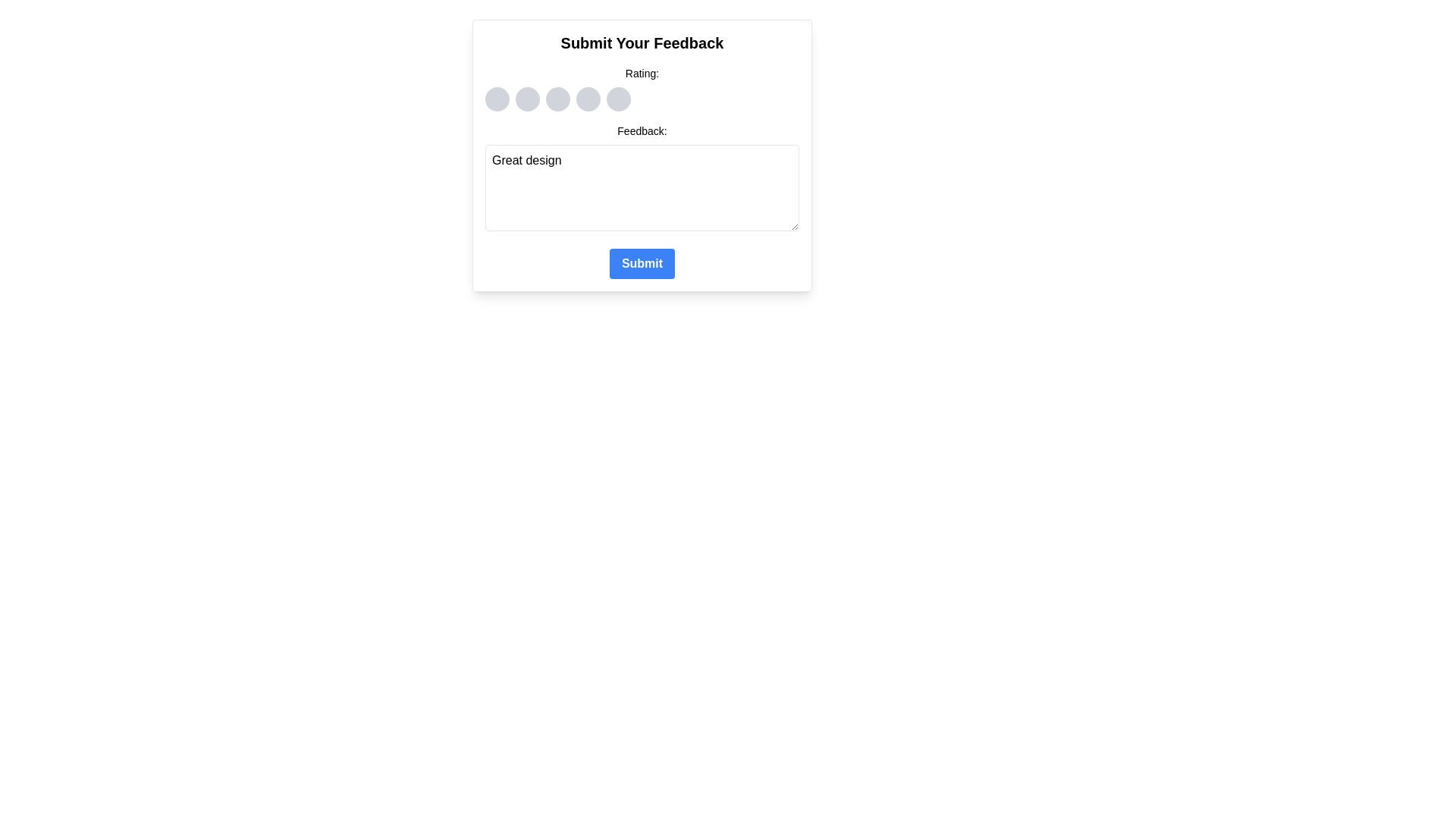 Image resolution: width=1456 pixels, height=819 pixels. What do you see at coordinates (588, 99) in the screenshot?
I see `the fourth clickable gray circle button in the rating section, which is part of a row of five circular elements` at bounding box center [588, 99].